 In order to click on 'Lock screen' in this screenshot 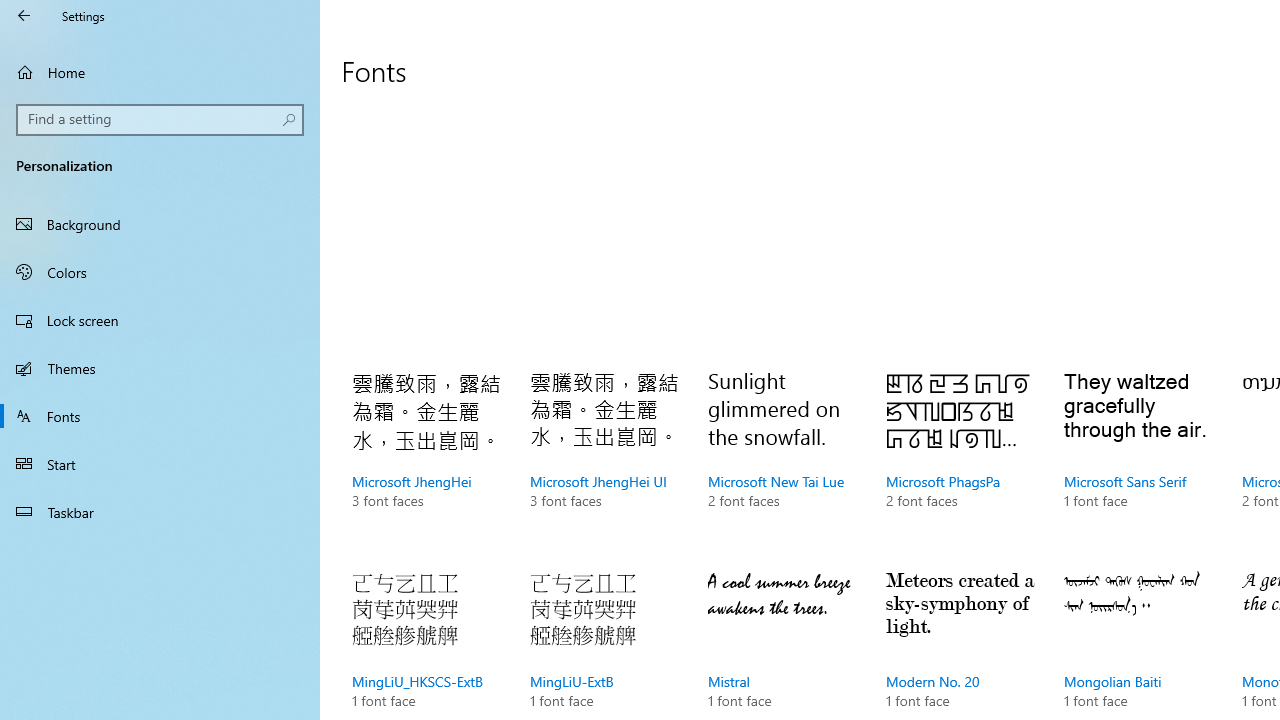, I will do `click(160, 319)`.